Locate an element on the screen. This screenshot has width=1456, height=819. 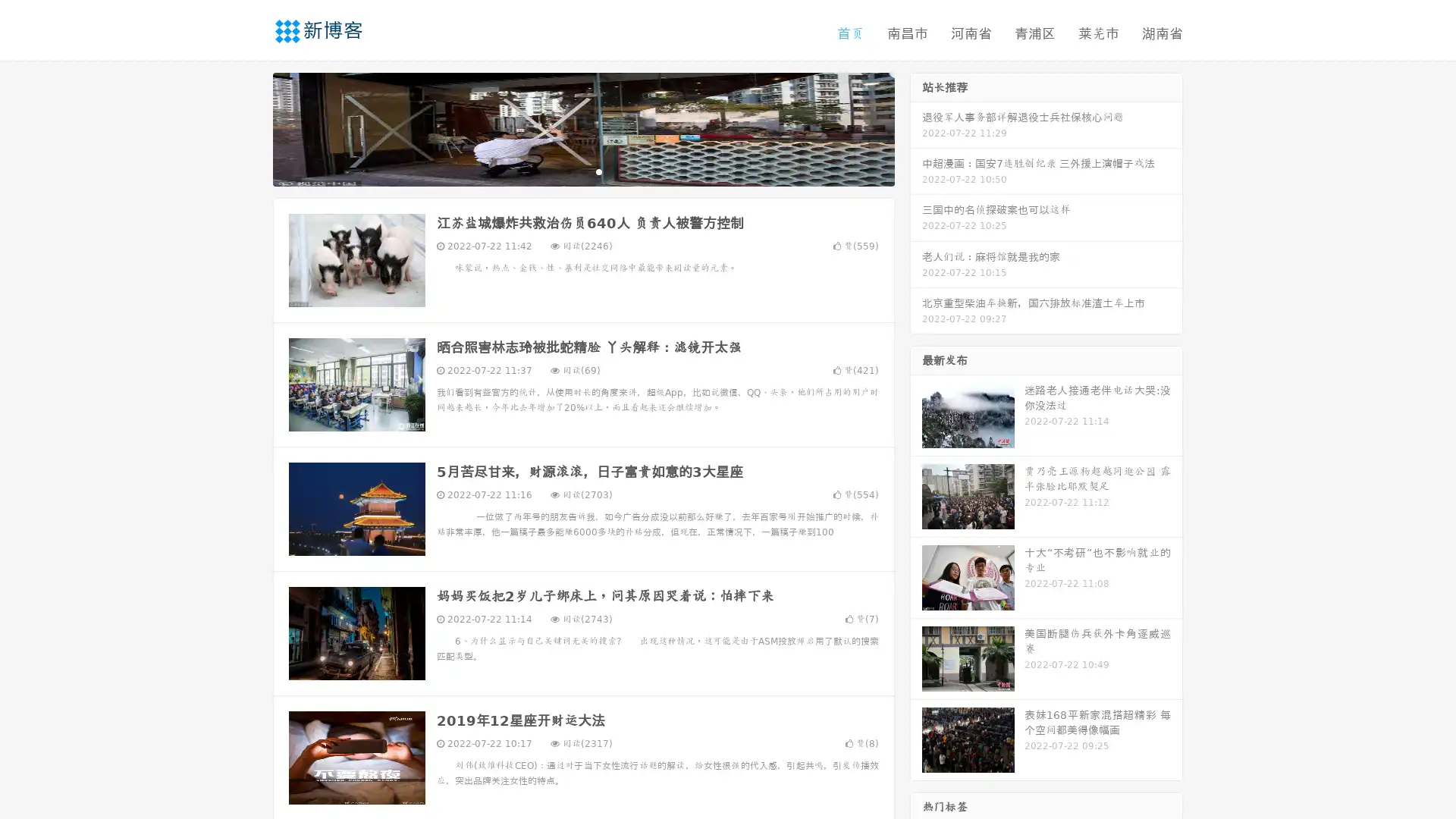
Go to slide 3 is located at coordinates (598, 171).